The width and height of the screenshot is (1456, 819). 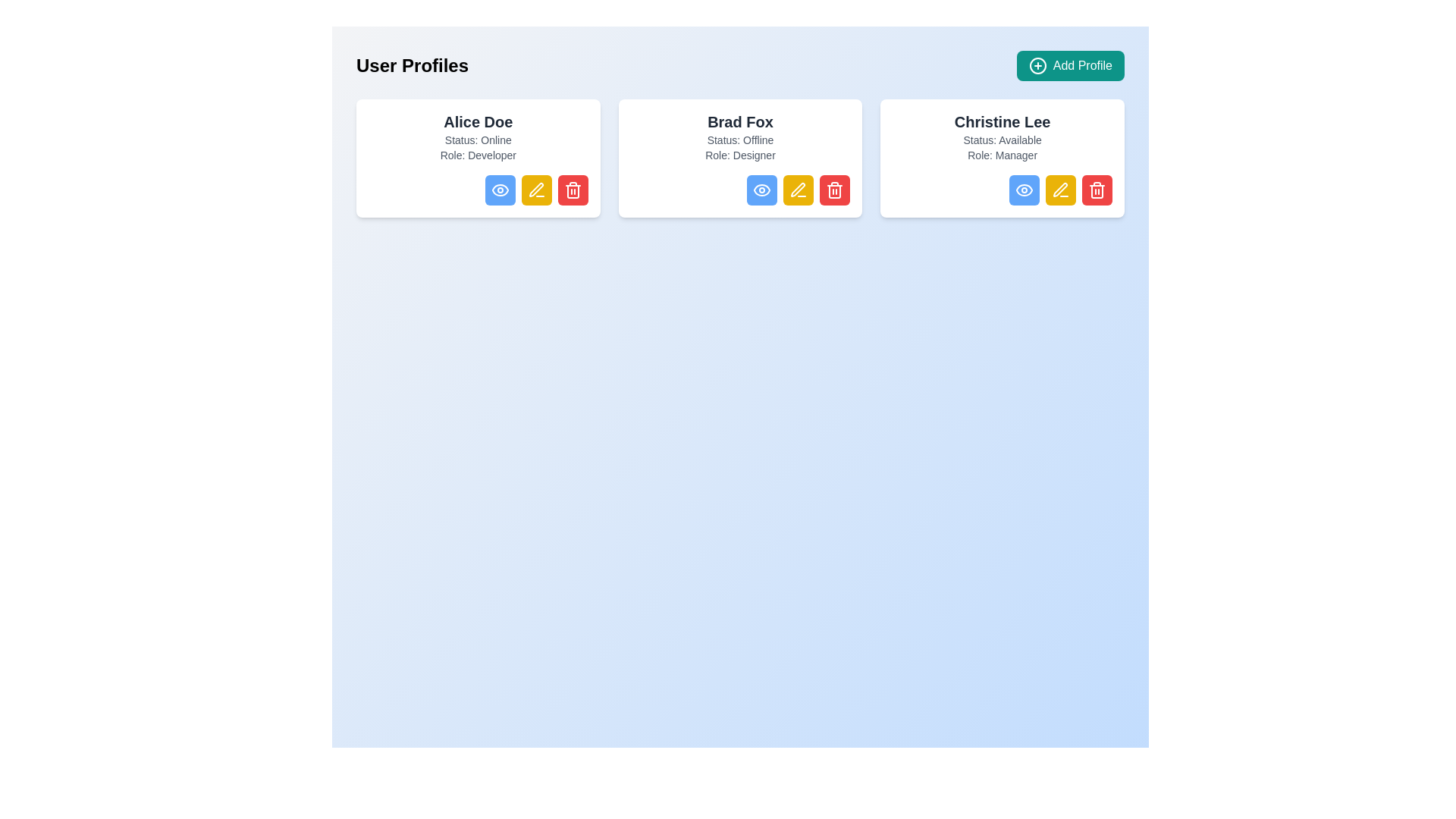 I want to click on the yellow pen icon button located within Alice Doe's profile card to initiate the edit action, so click(x=536, y=189).